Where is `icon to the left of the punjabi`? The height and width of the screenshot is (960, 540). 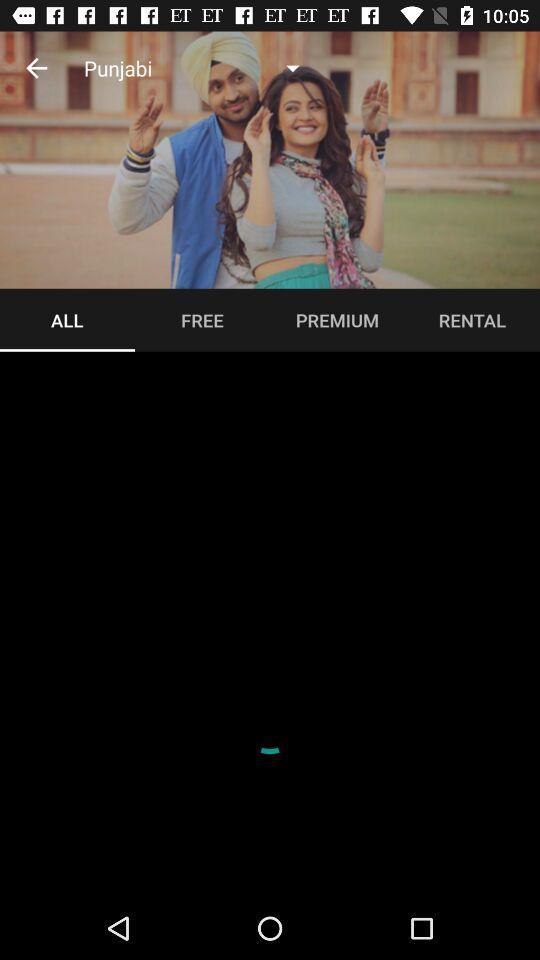 icon to the left of the punjabi is located at coordinates (36, 68).